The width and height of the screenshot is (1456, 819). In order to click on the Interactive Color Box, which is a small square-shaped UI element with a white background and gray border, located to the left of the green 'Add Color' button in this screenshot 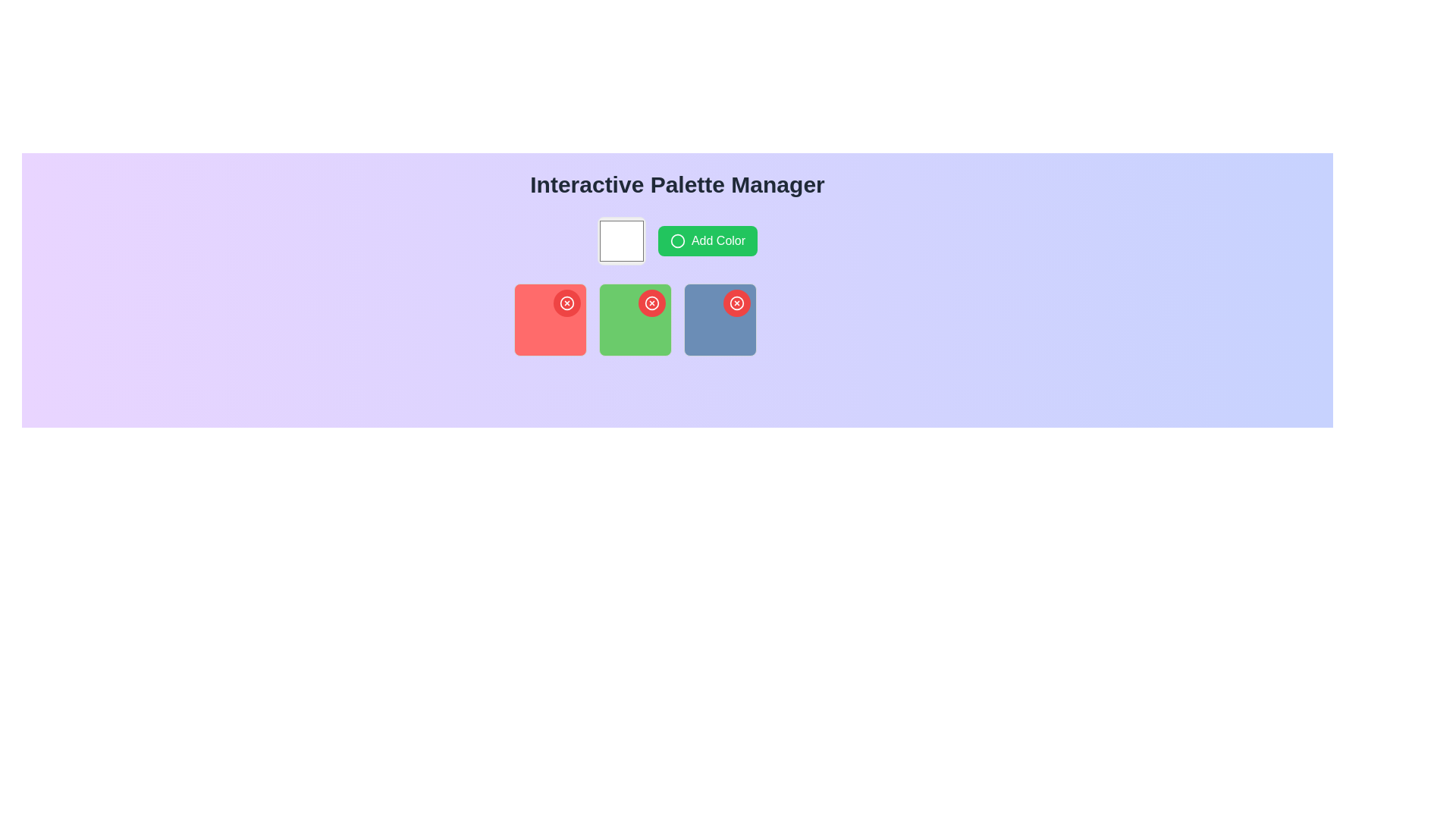, I will do `click(621, 240)`.